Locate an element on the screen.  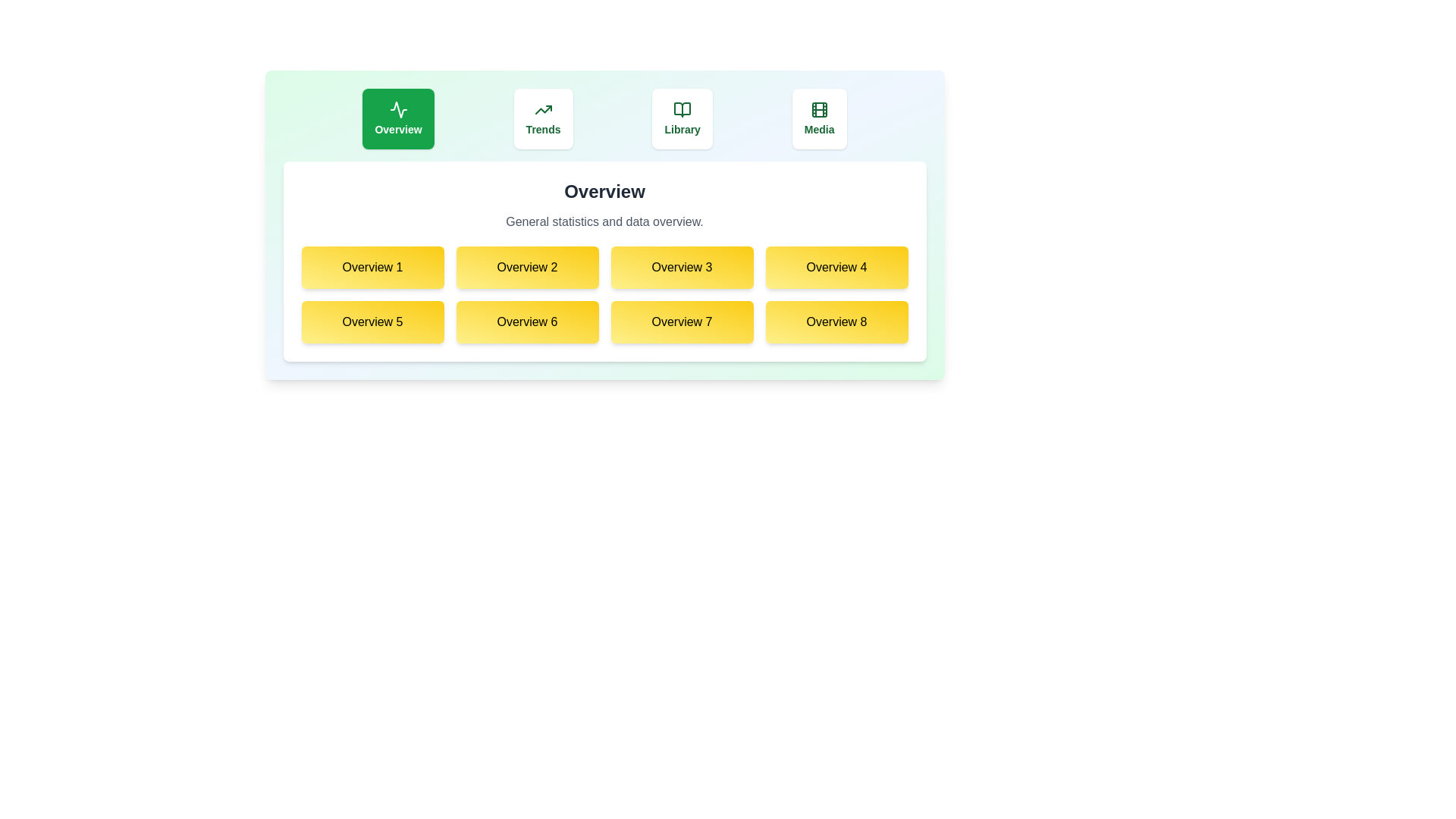
the tab labeled Media to observe its hover effect is located at coordinates (818, 118).